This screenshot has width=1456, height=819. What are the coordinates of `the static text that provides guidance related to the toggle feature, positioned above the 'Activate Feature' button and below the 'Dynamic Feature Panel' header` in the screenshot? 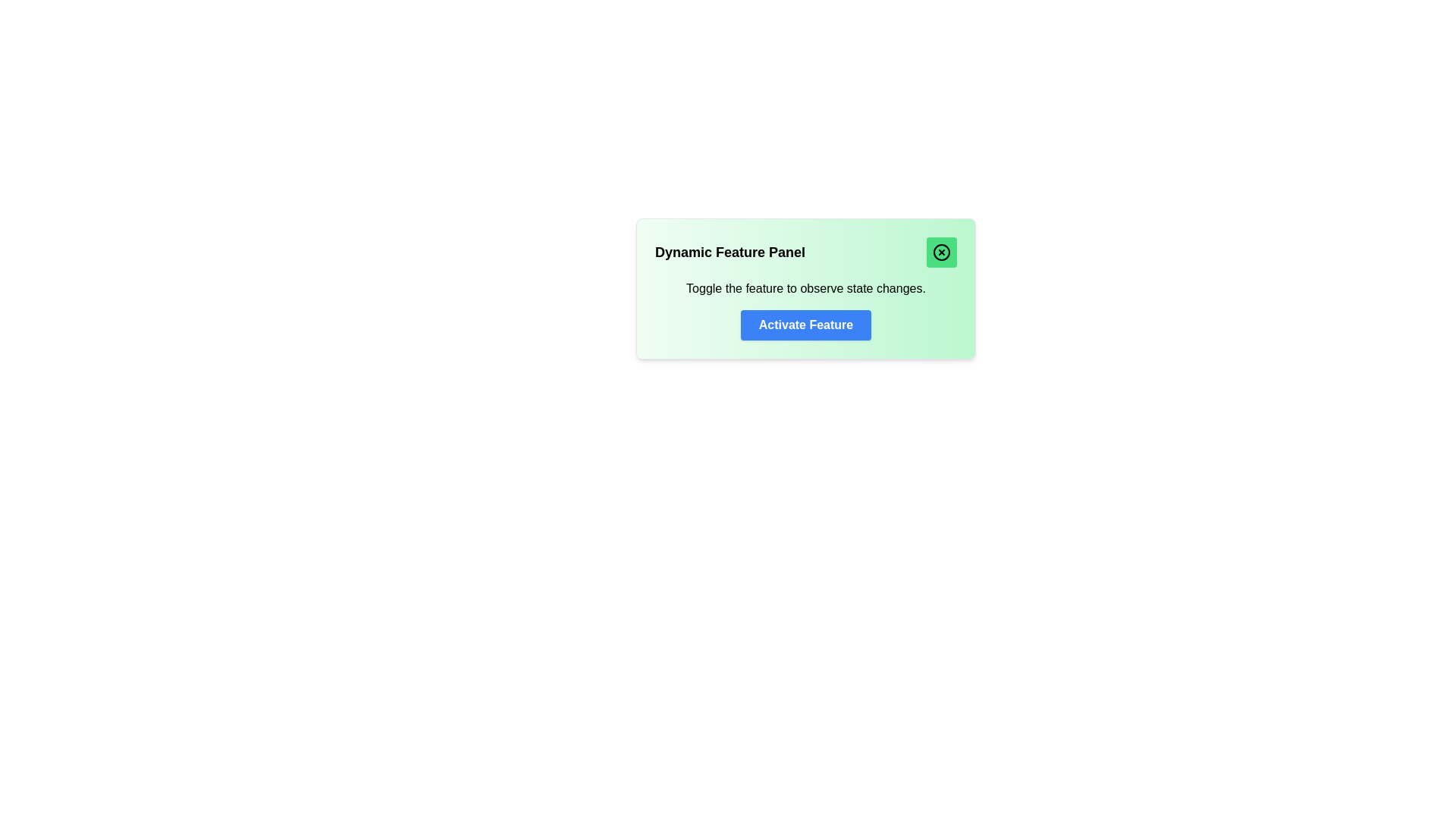 It's located at (805, 289).